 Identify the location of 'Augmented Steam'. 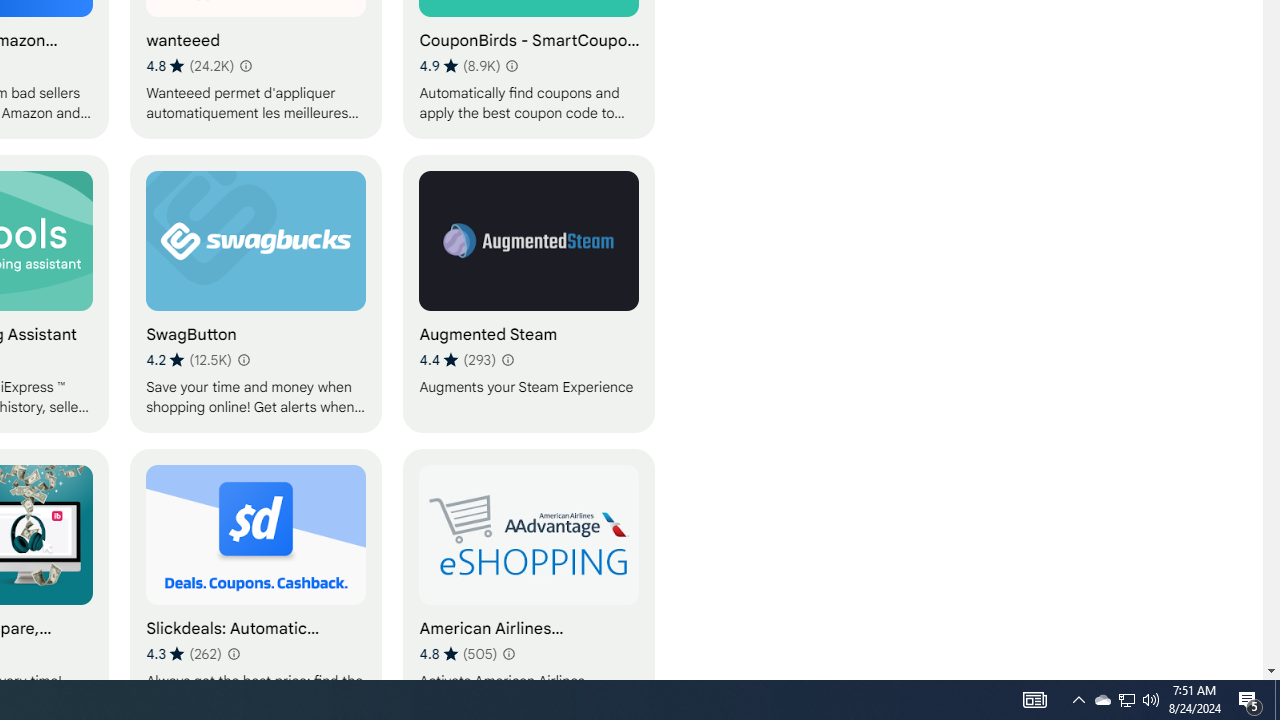
(529, 293).